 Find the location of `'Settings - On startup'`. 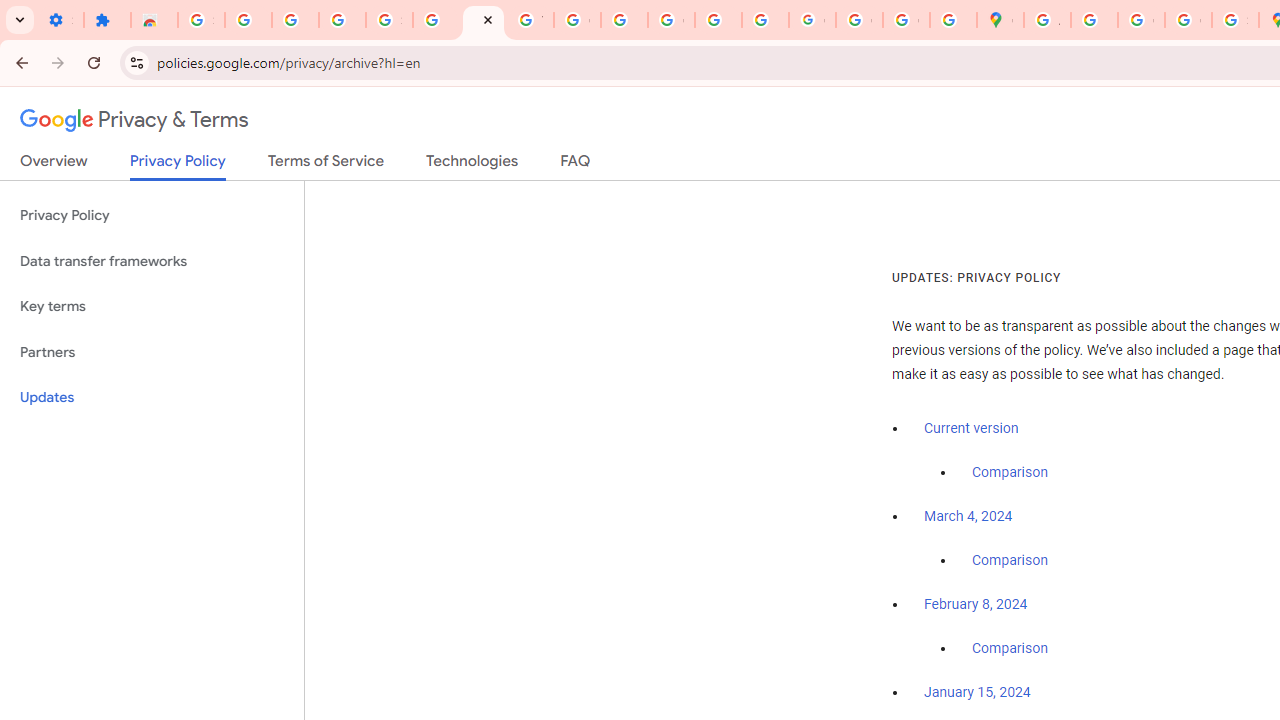

'Settings - On startup' is located at coordinates (60, 20).